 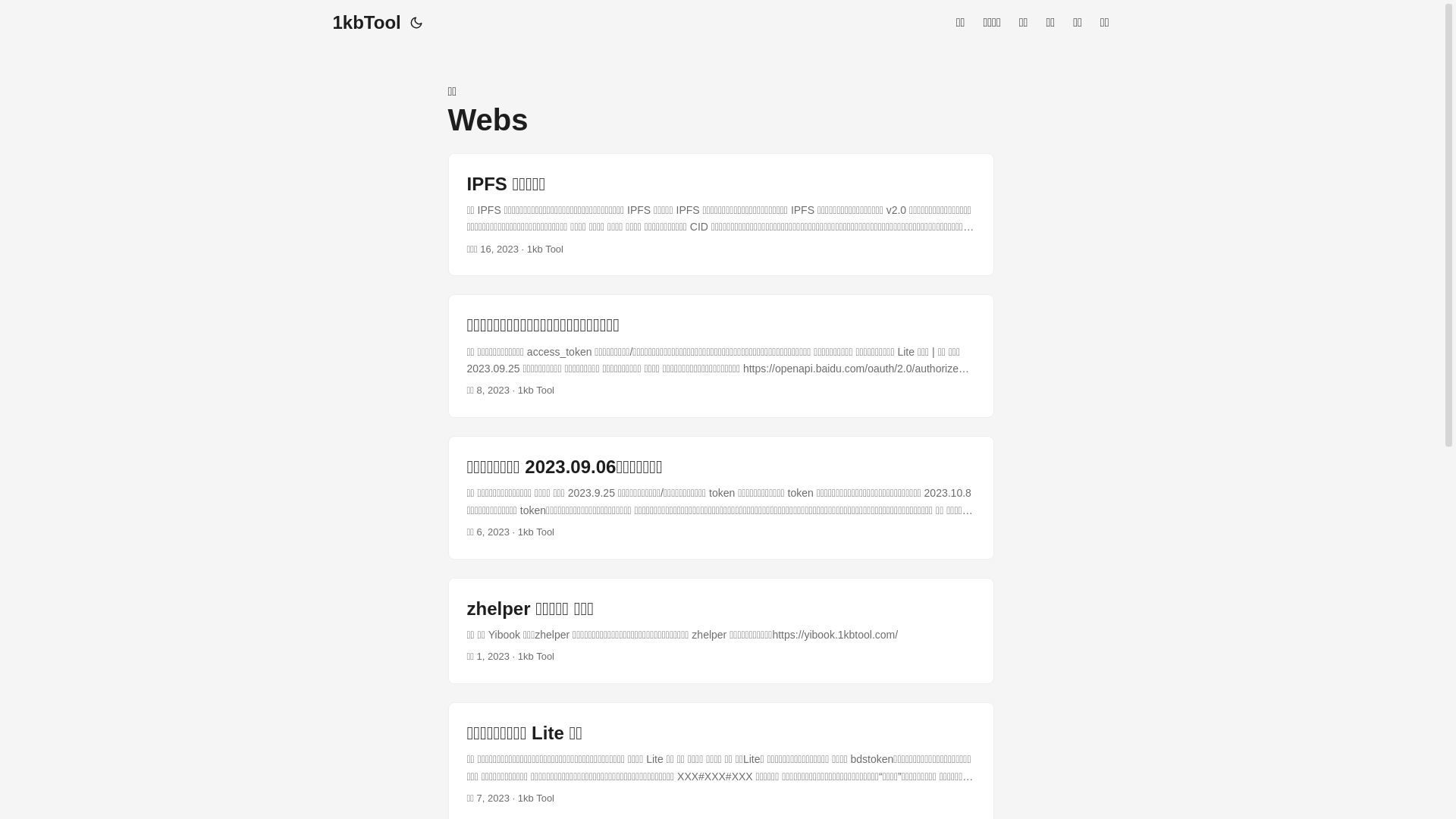 I want to click on '1kbTool', so click(x=366, y=23).